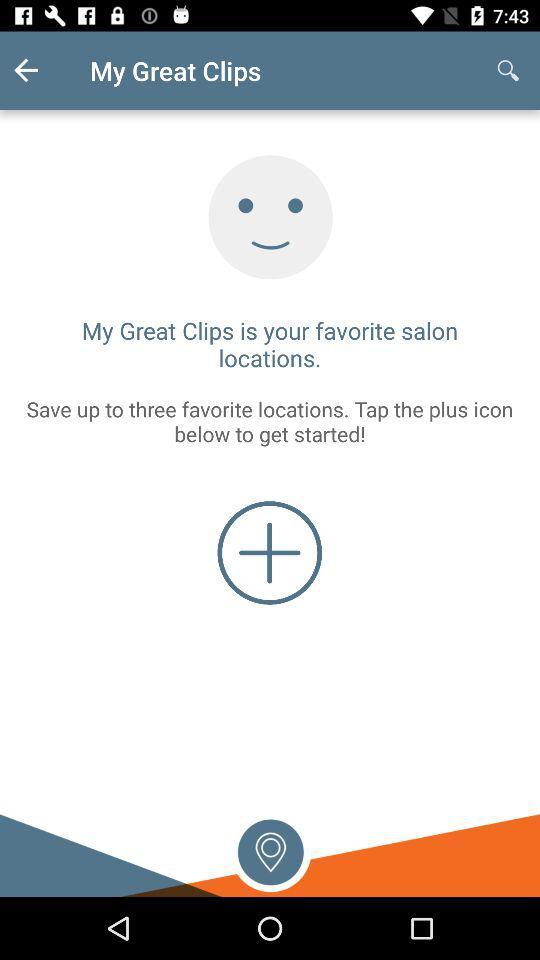 This screenshot has width=540, height=960. What do you see at coordinates (270, 849) in the screenshot?
I see `choose locations` at bounding box center [270, 849].